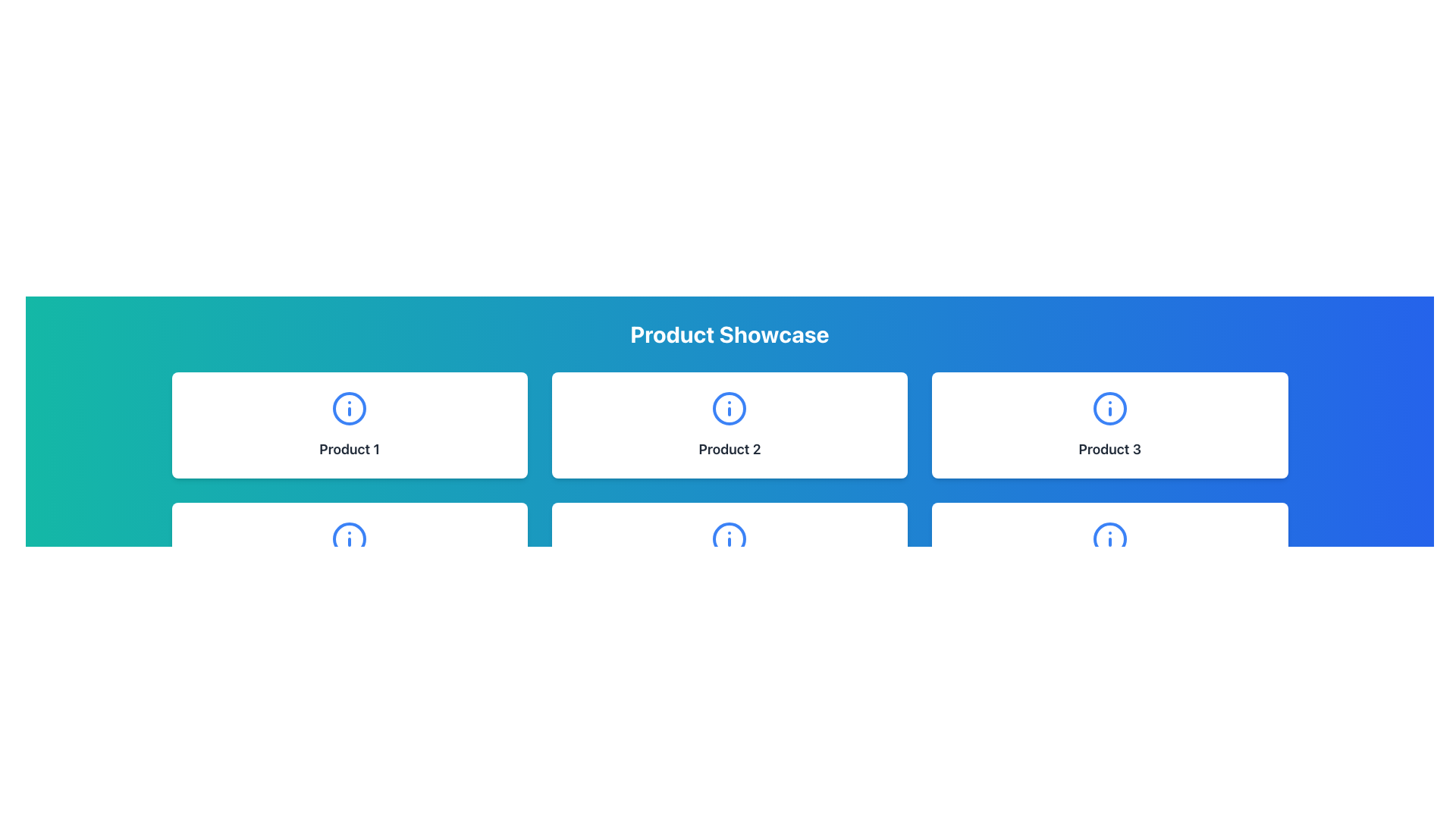 The width and height of the screenshot is (1456, 819). Describe the element at coordinates (349, 555) in the screenshot. I see `the card labeled 'Product 4' which is the fourth item in the grid layout located in the leftmost position of the second row` at that location.